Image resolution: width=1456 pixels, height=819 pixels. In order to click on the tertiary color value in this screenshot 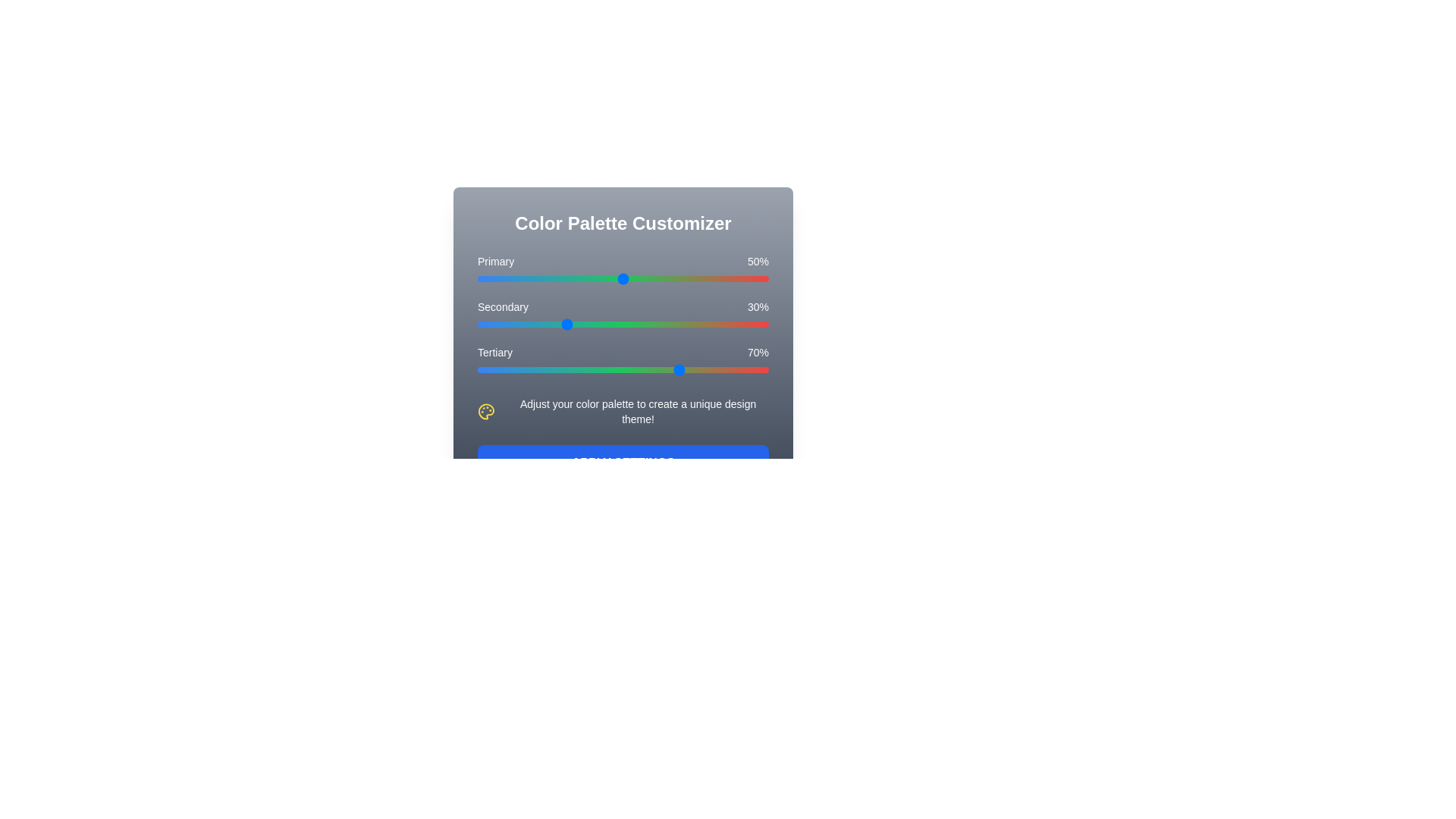, I will do `click(757, 370)`.